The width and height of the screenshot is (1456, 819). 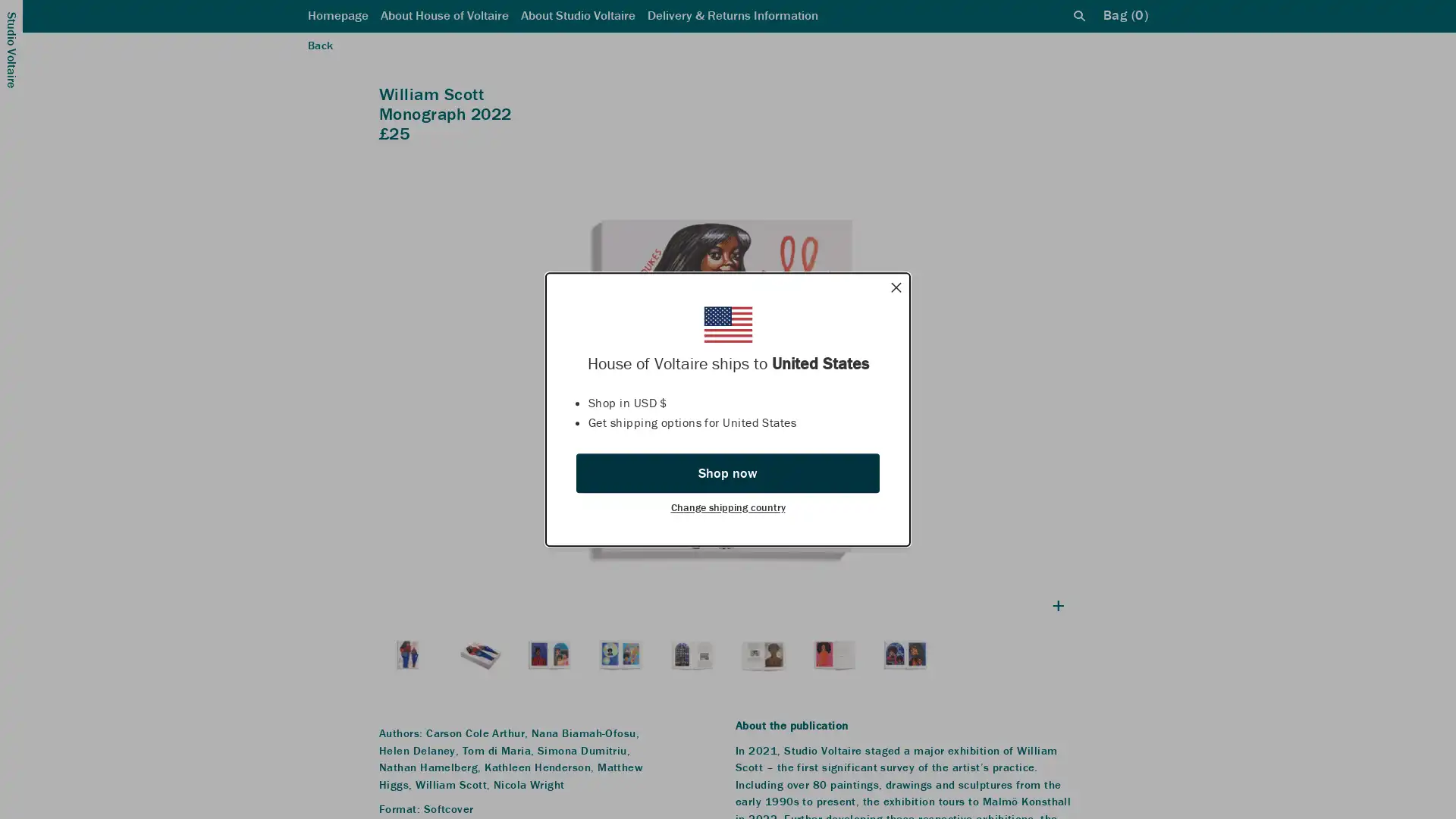 I want to click on Dismiss, so click(x=896, y=289).